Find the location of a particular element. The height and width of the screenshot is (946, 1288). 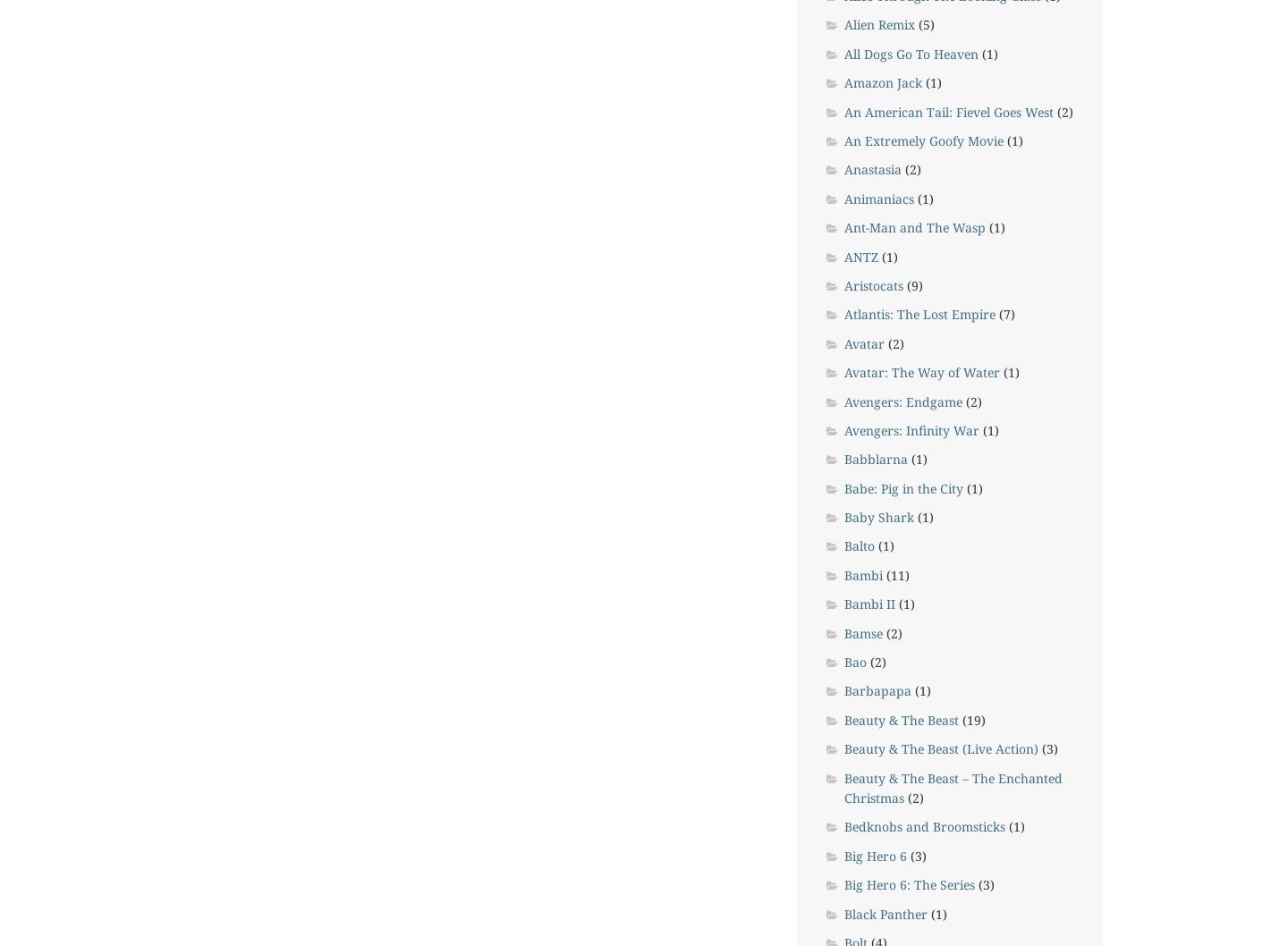

'Amazon Jack' is located at coordinates (881, 81).